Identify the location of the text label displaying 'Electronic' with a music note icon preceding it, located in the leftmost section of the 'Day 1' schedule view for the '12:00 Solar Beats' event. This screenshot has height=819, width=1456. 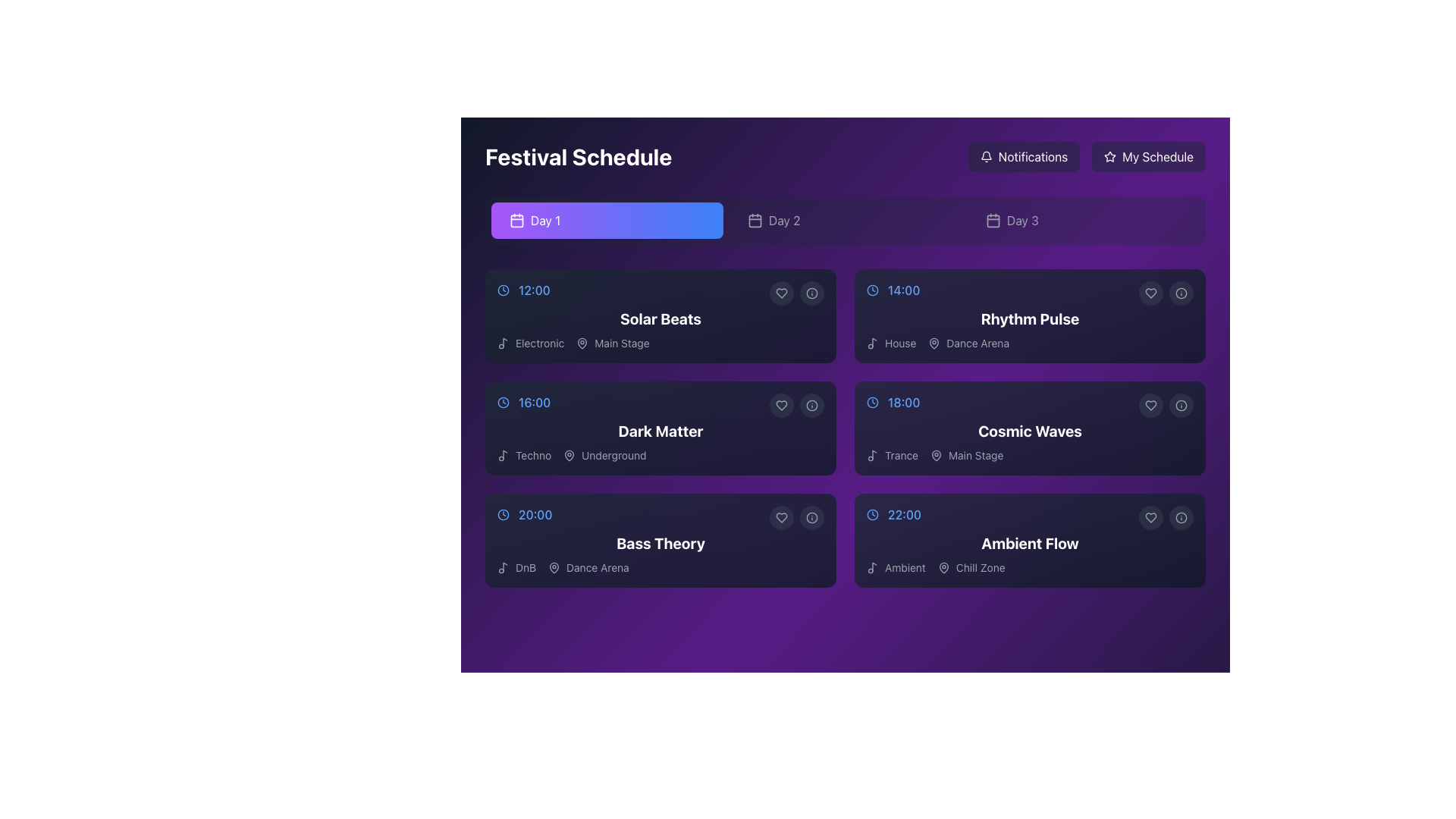
(531, 343).